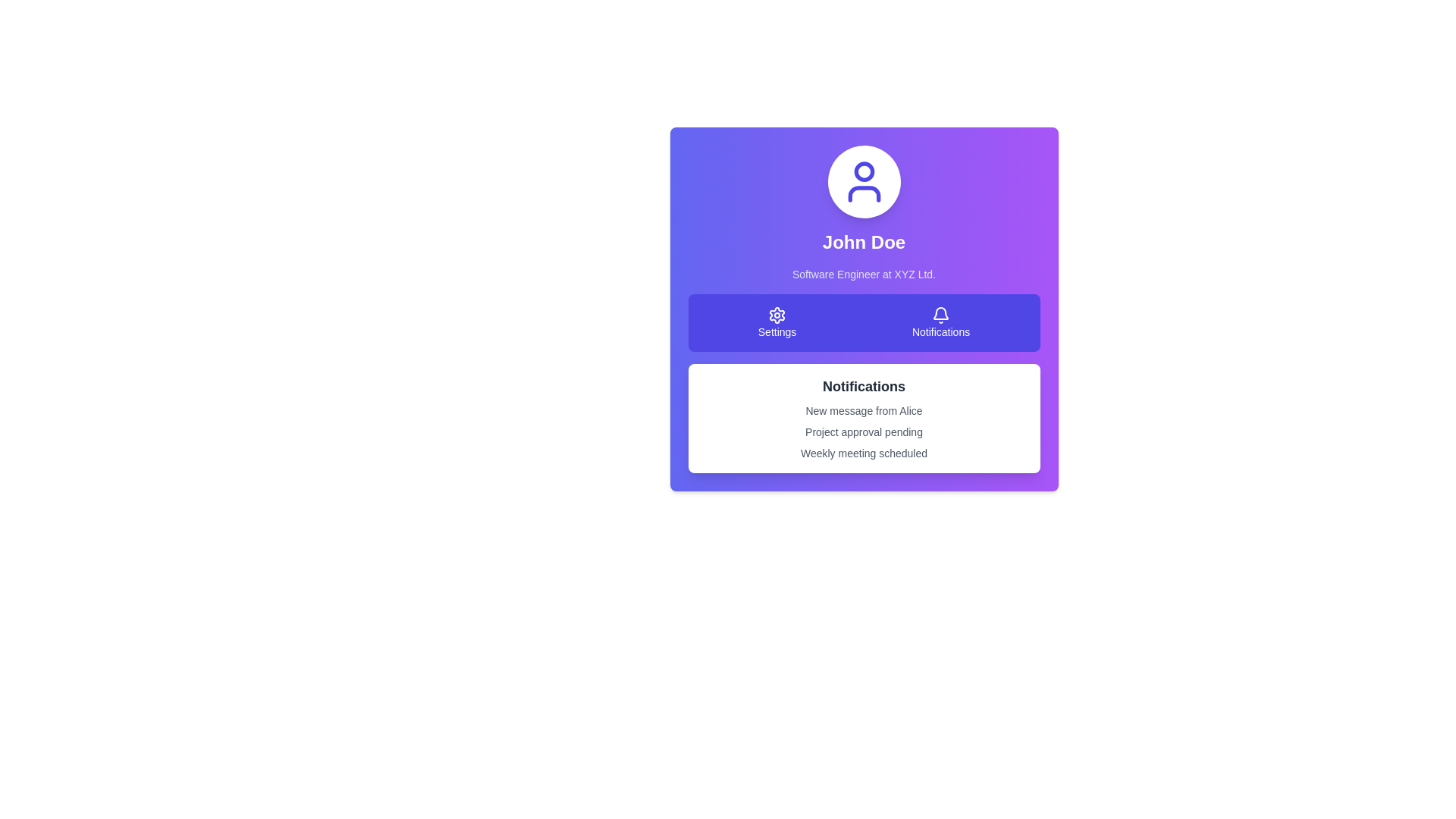  Describe the element at coordinates (864, 275) in the screenshot. I see `the second text element in the profile card that provides additional information about the user's professional role, located below the name 'John Doe'` at that location.